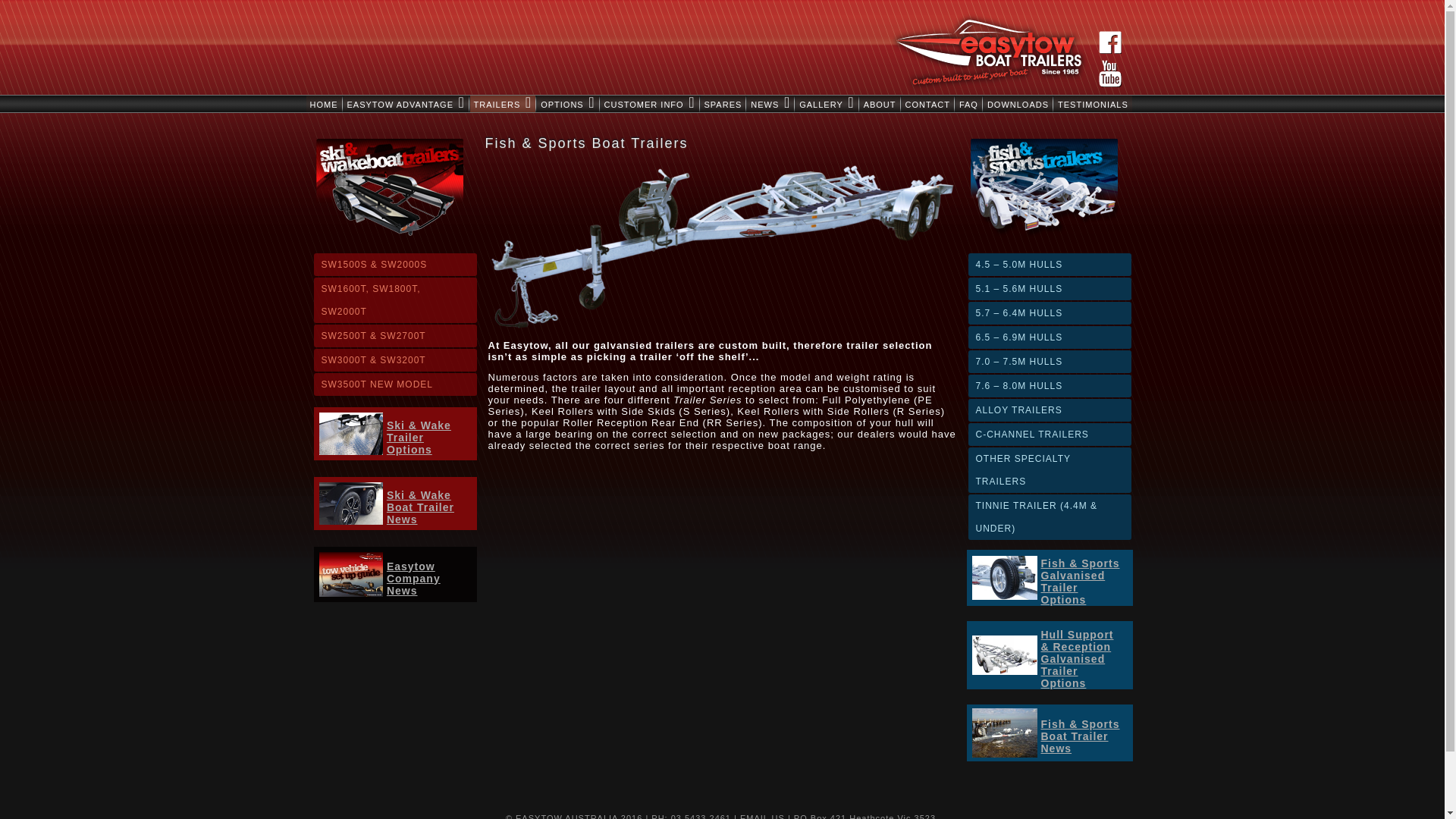  Describe the element at coordinates (1079, 581) in the screenshot. I see `'Fish & Sports Galvanised Trailer Options'` at that location.